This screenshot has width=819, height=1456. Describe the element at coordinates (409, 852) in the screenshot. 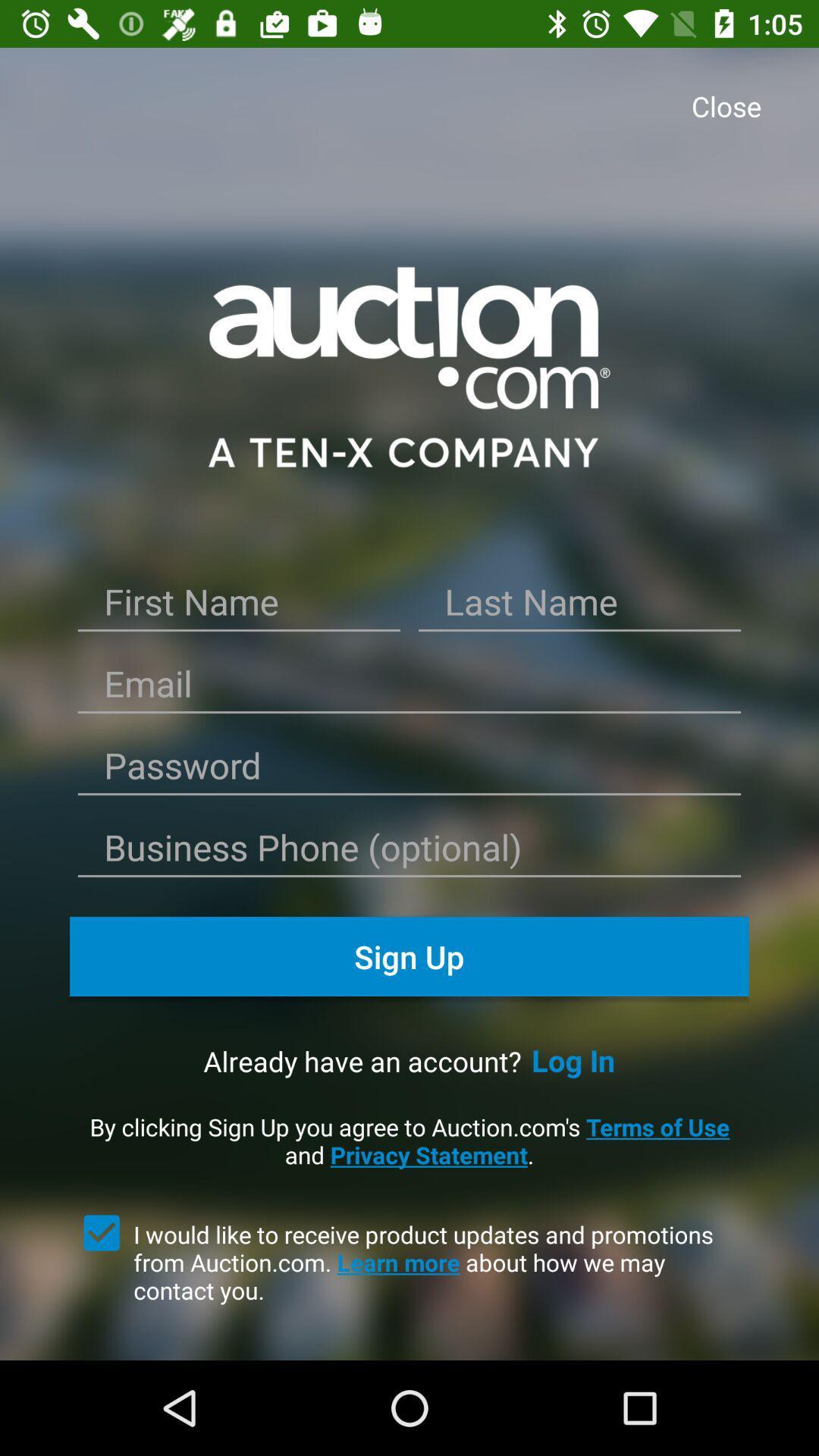

I see `business text bar` at that location.